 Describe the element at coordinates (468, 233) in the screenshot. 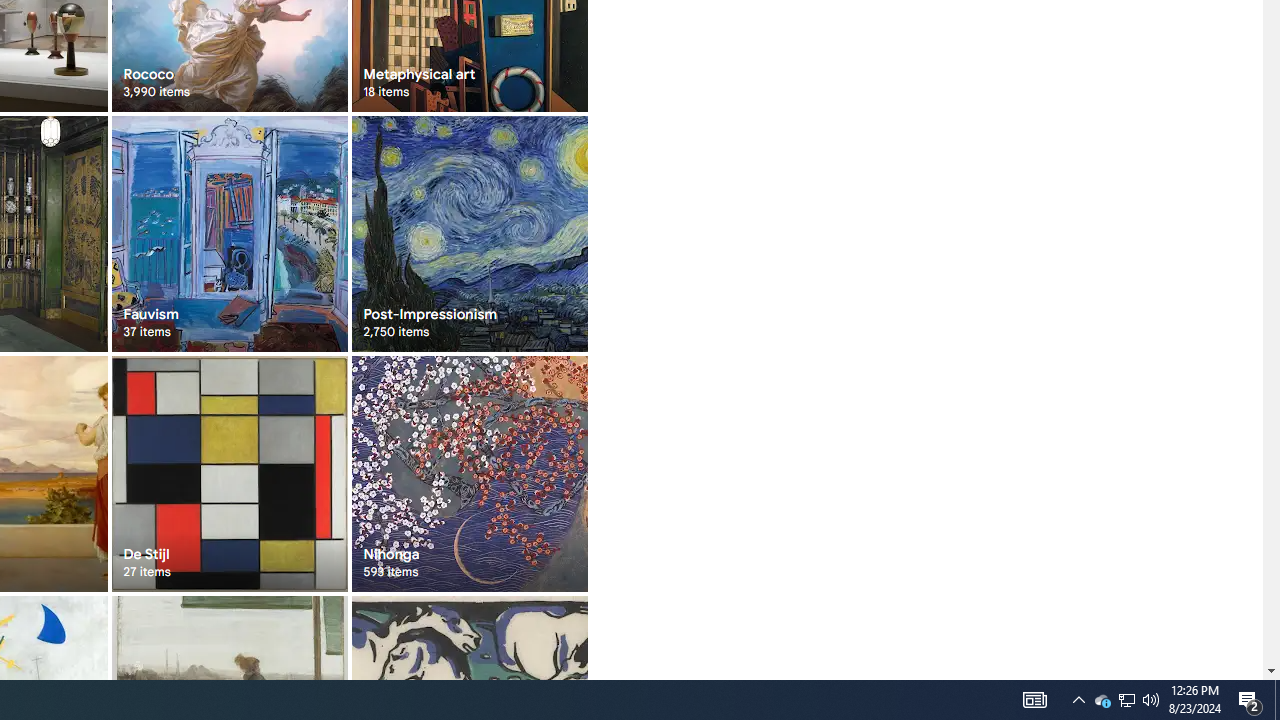

I see `'Post-Impressionism 2,750 items'` at that location.